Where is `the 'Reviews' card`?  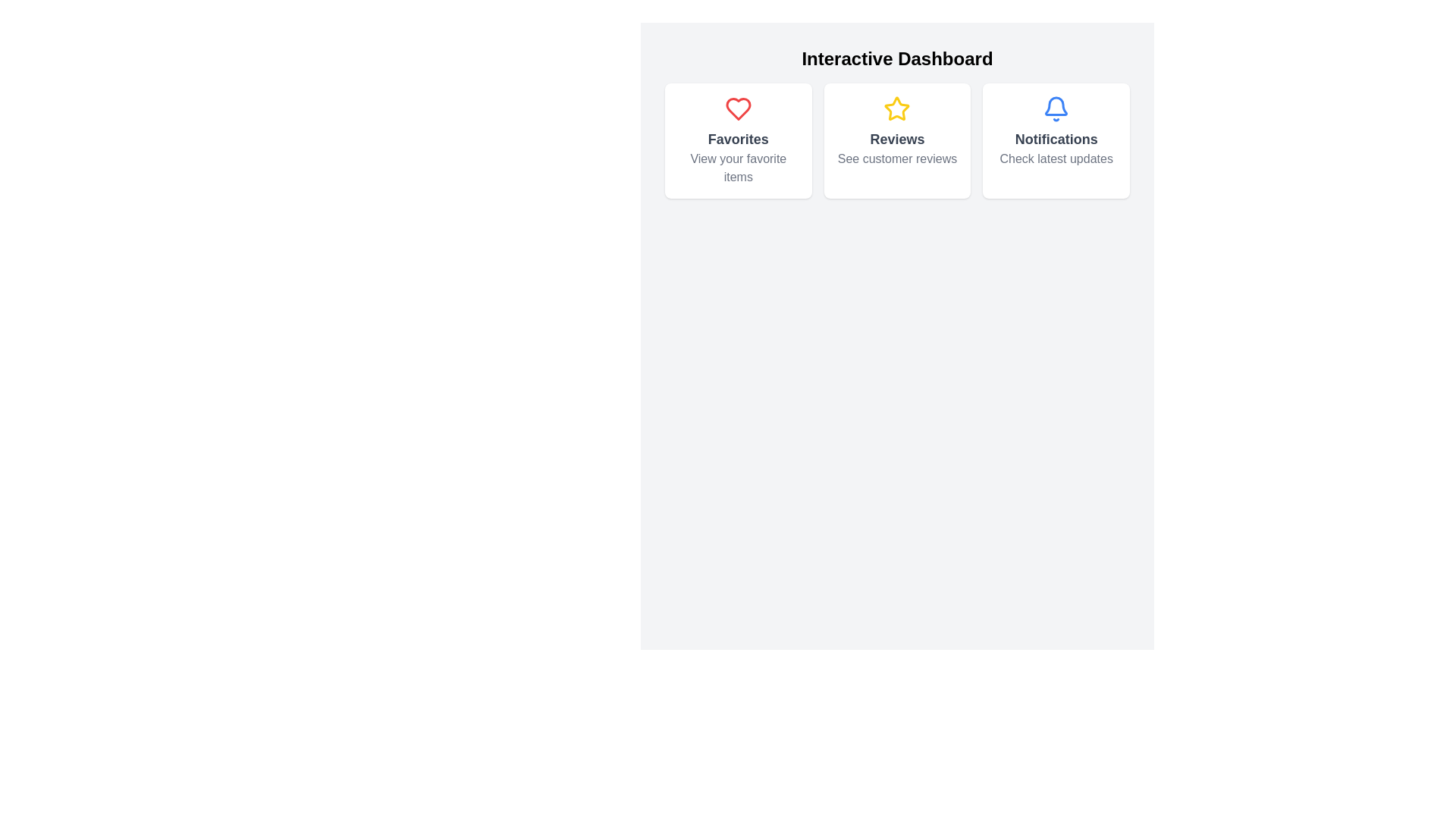 the 'Reviews' card is located at coordinates (897, 140).